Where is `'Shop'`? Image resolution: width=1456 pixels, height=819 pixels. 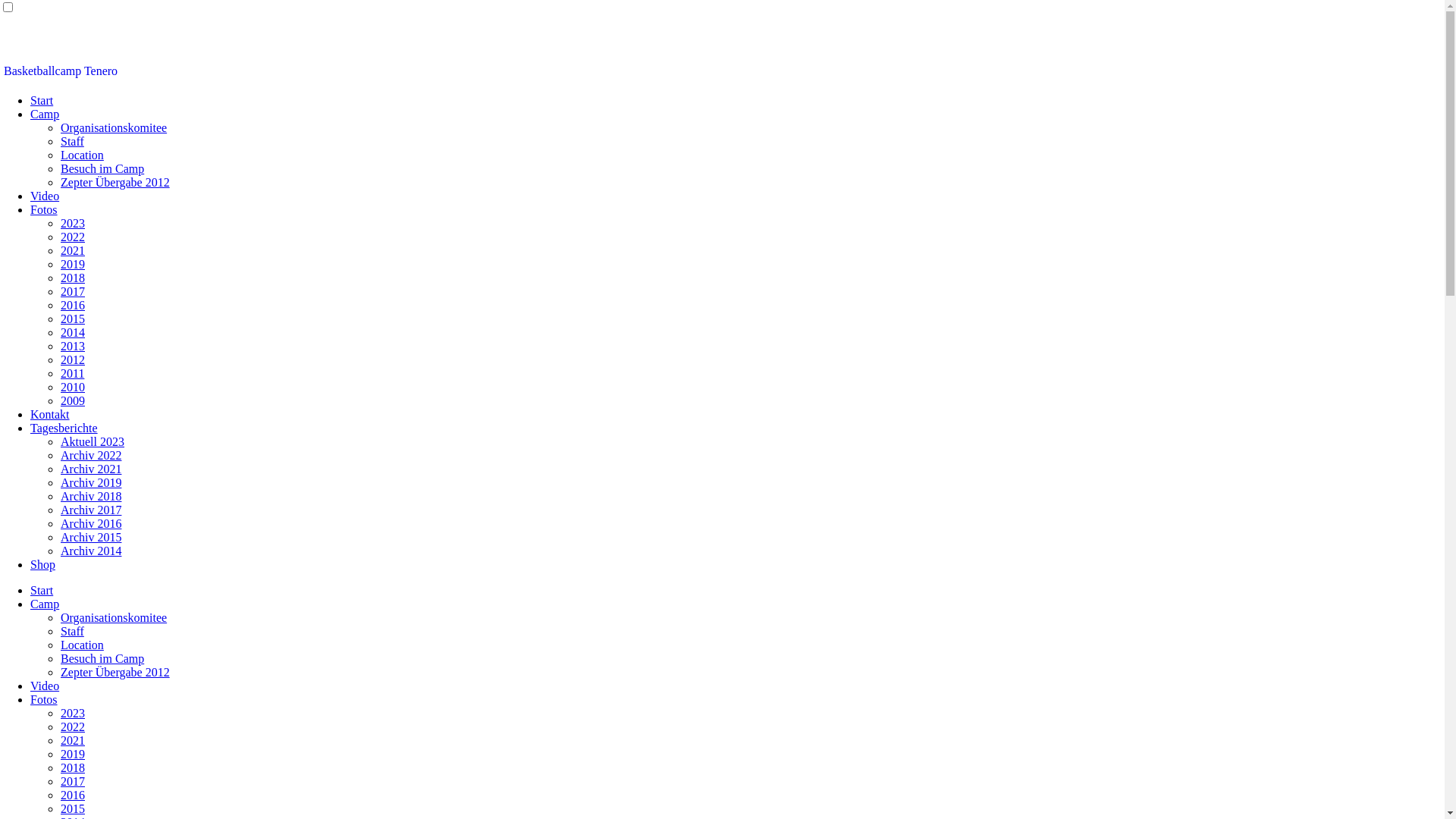 'Shop' is located at coordinates (42, 564).